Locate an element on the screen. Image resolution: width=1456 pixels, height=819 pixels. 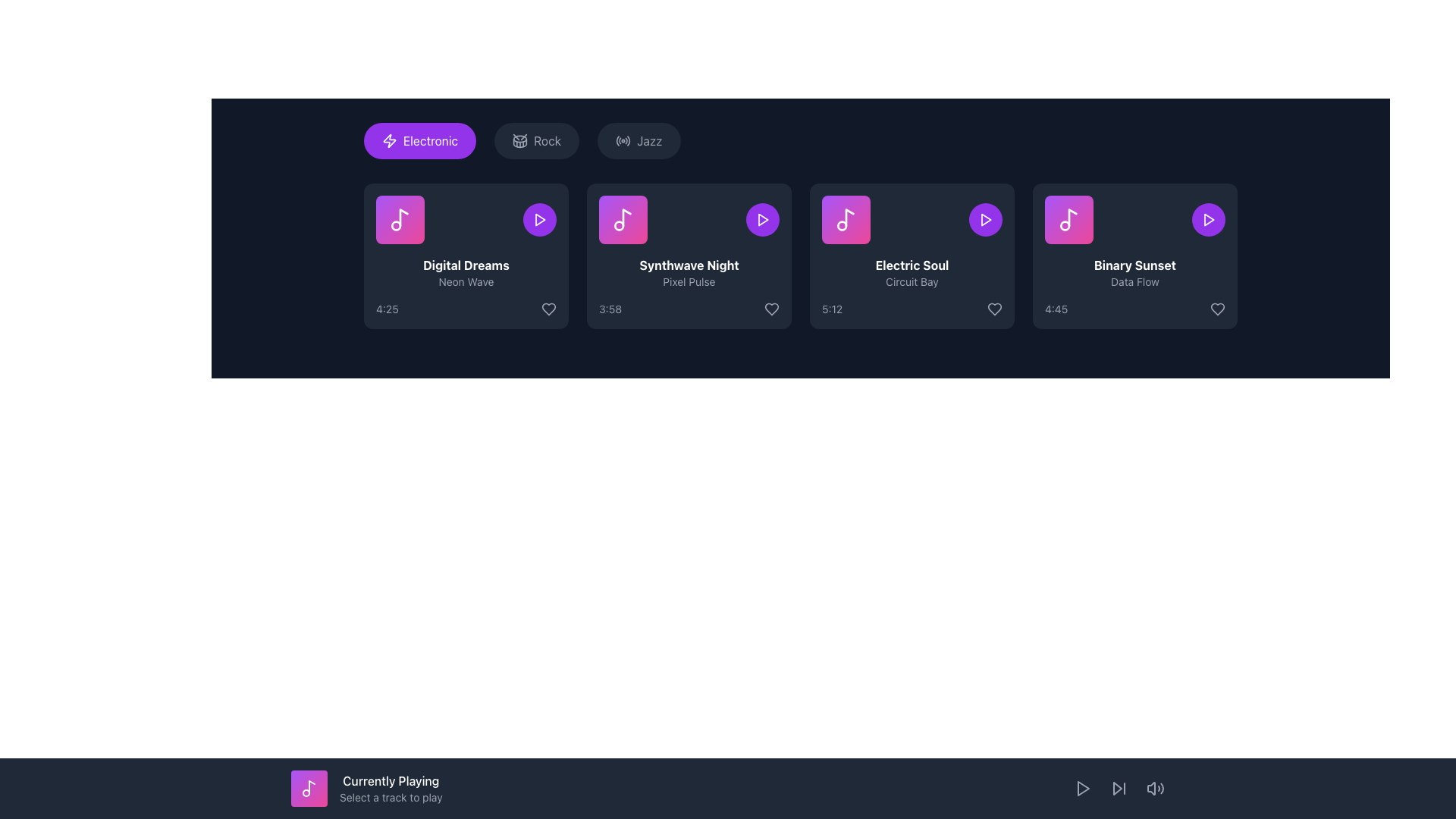
the text label displaying 'Binary Sunset' in bold white font with a glow effect, located above the 'Data Flow' text element is located at coordinates (1135, 265).